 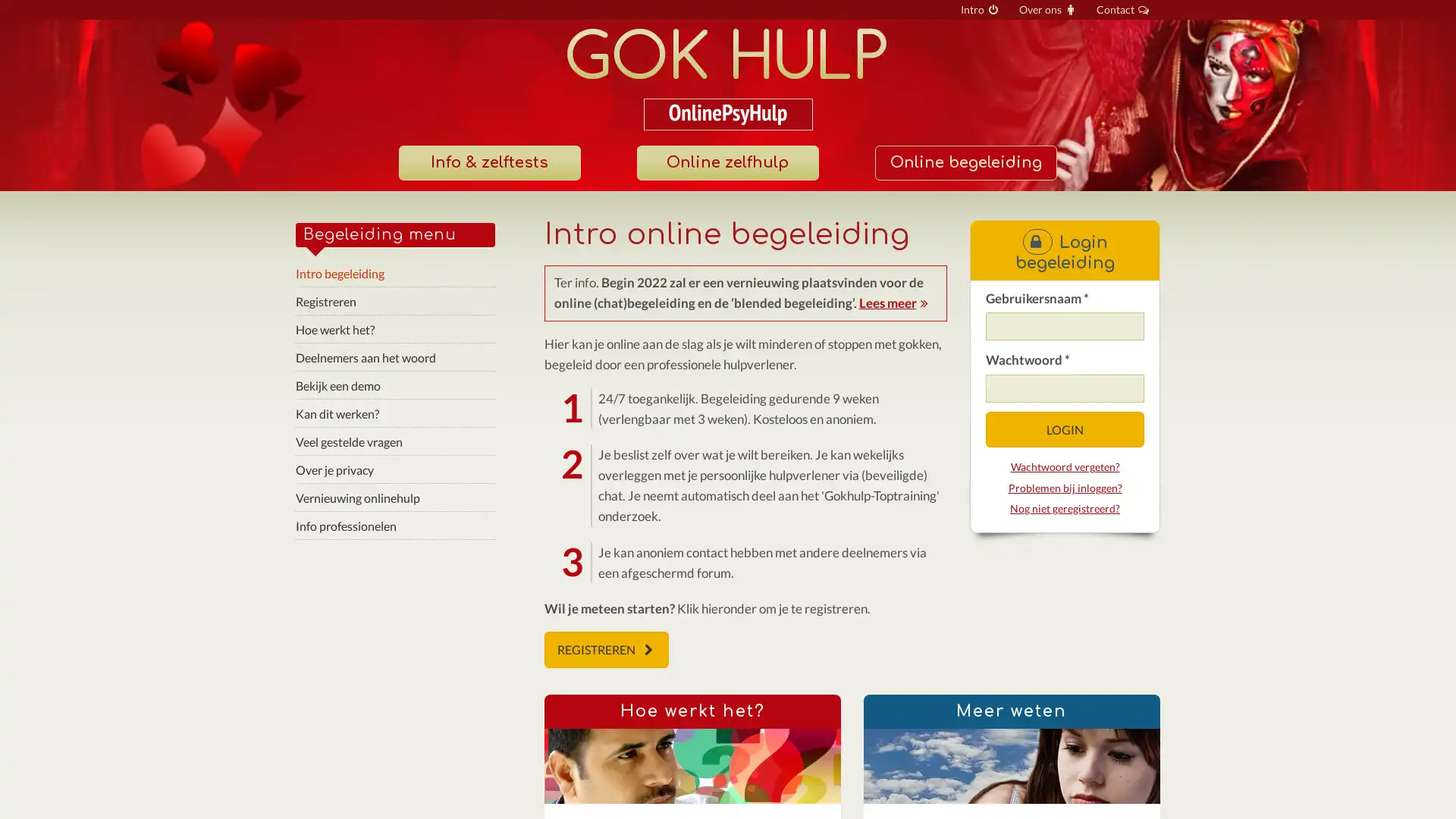 What do you see at coordinates (964, 163) in the screenshot?
I see `Online begeleiding` at bounding box center [964, 163].